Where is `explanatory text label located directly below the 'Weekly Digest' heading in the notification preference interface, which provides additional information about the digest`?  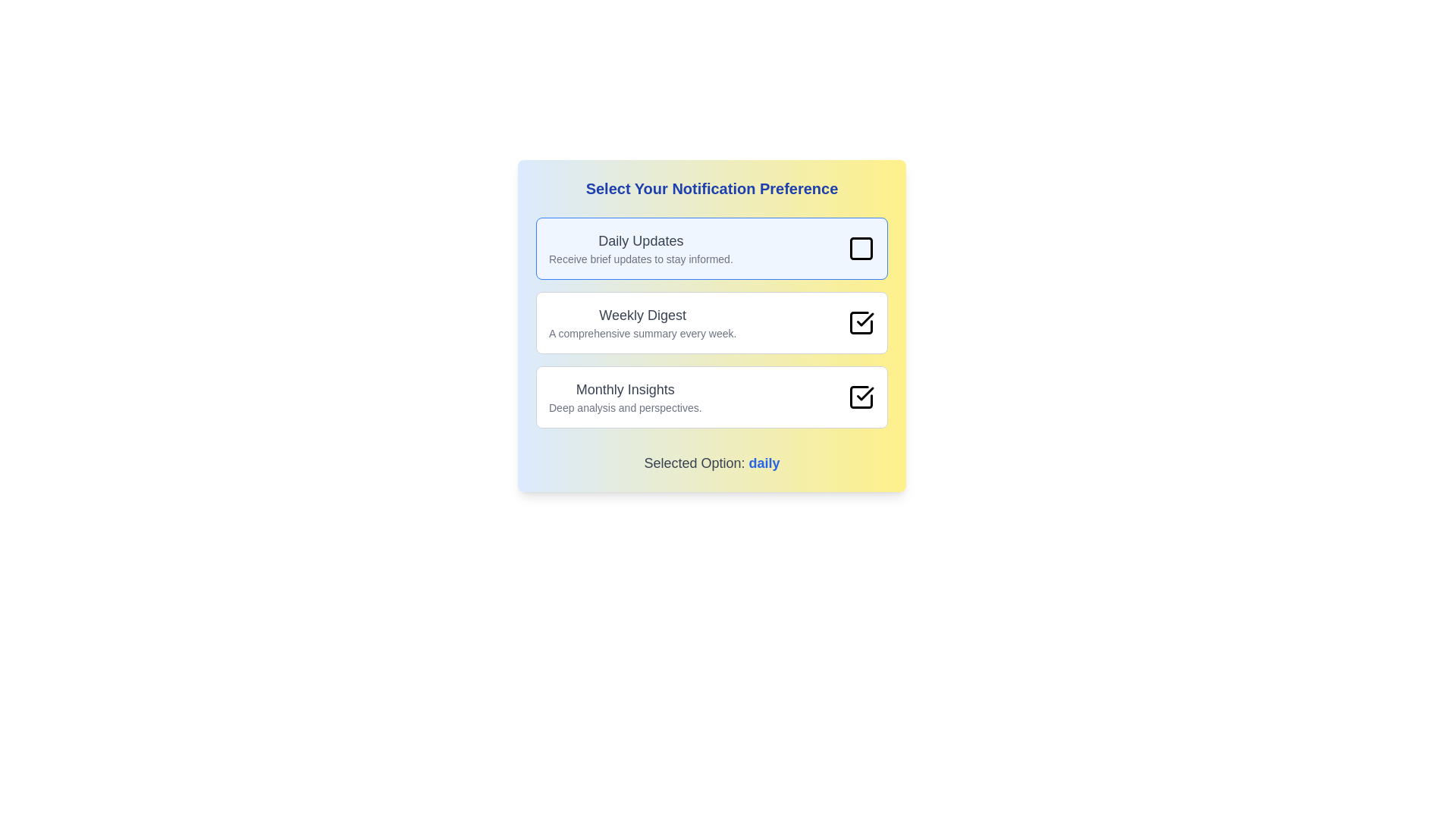 explanatory text label located directly below the 'Weekly Digest' heading in the notification preference interface, which provides additional information about the digest is located at coordinates (642, 332).